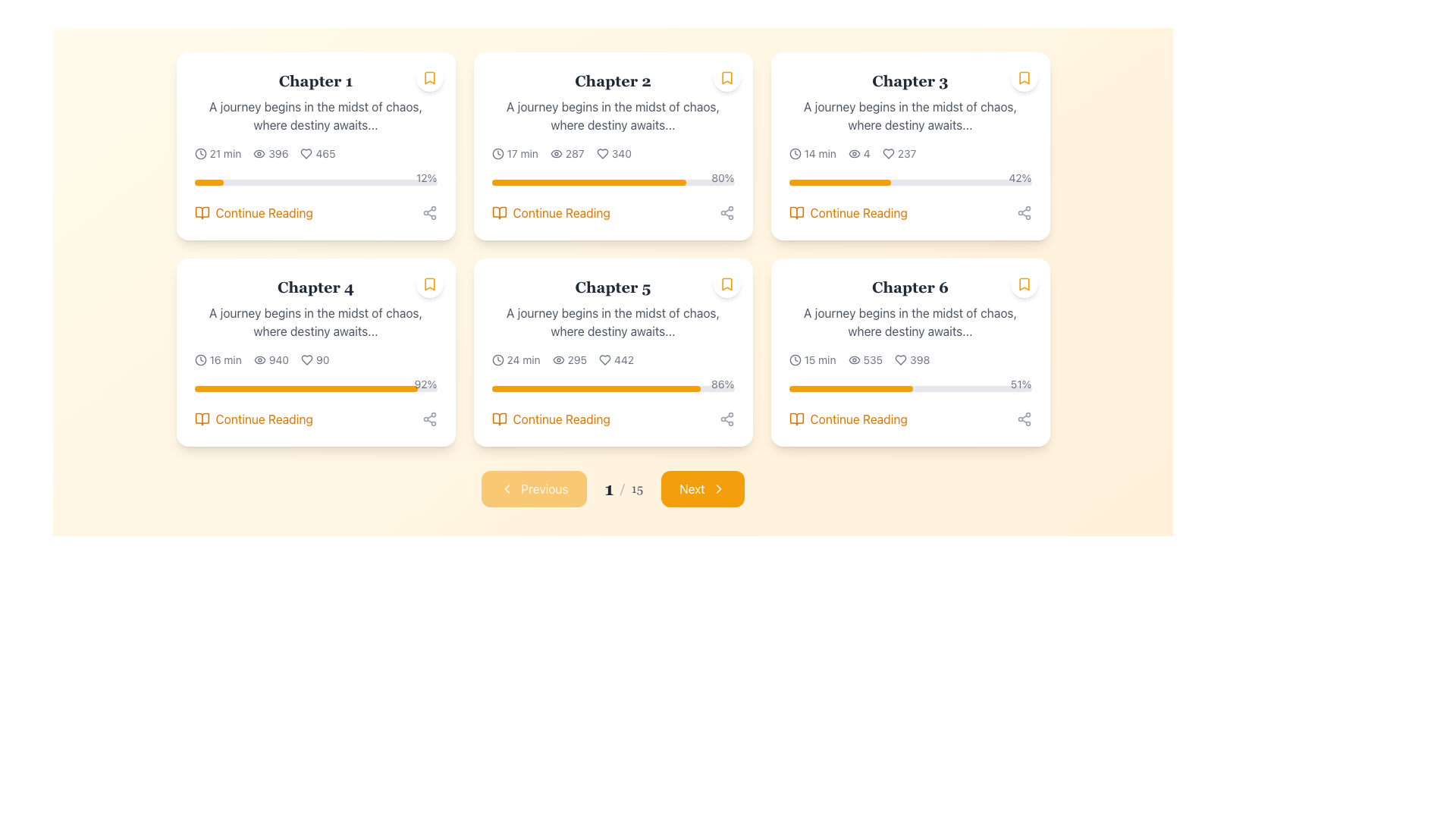  What do you see at coordinates (604, 359) in the screenshot?
I see `the heart-shaped SVG icon representing a 'like' or 'favorite' function, which is located to the left of the number '442' in the Chapter 5 card within the grid layout` at bounding box center [604, 359].